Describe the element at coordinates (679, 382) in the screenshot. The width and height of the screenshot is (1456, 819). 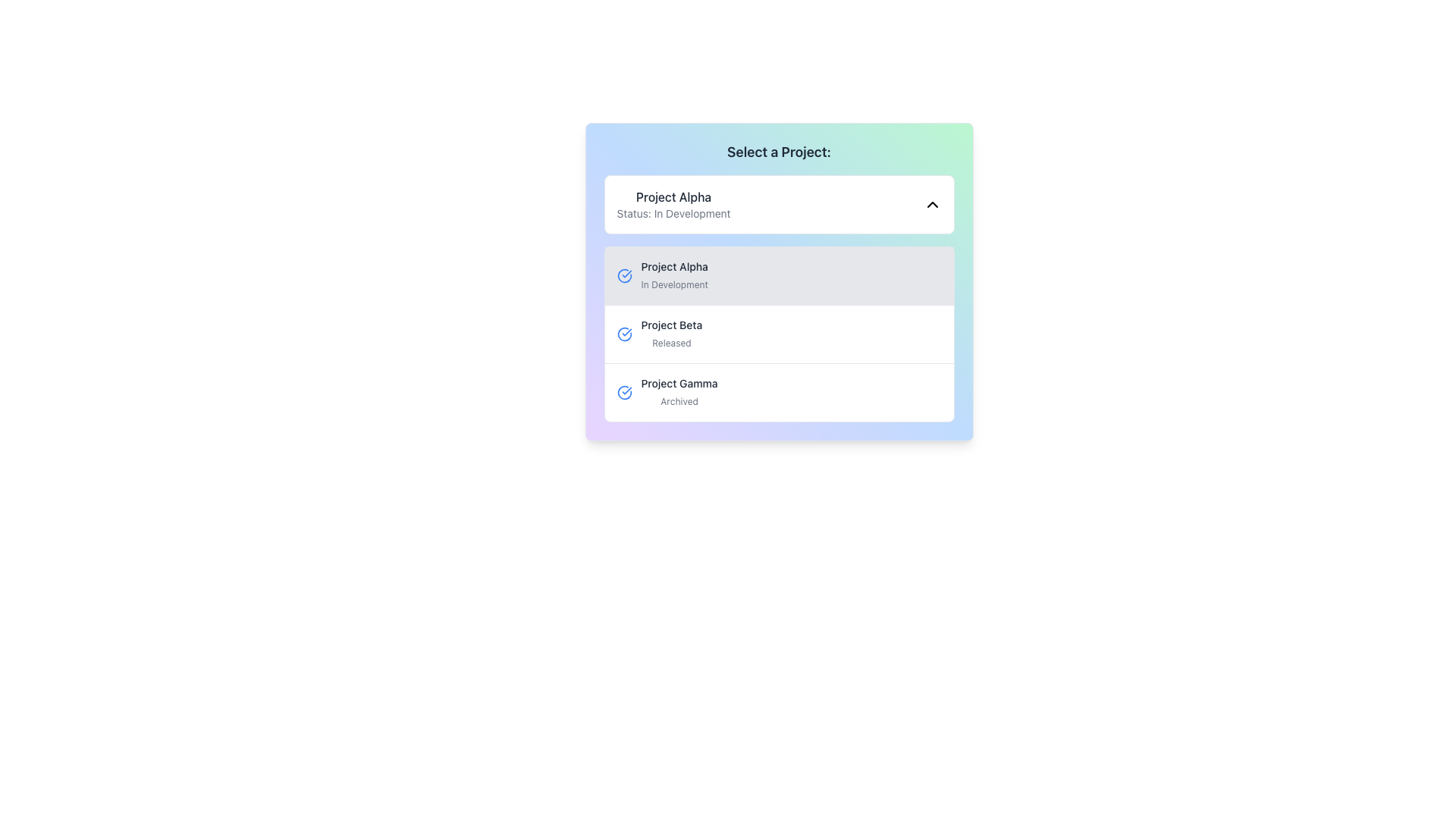
I see `the text label displaying 'Project Gamma'` at that location.